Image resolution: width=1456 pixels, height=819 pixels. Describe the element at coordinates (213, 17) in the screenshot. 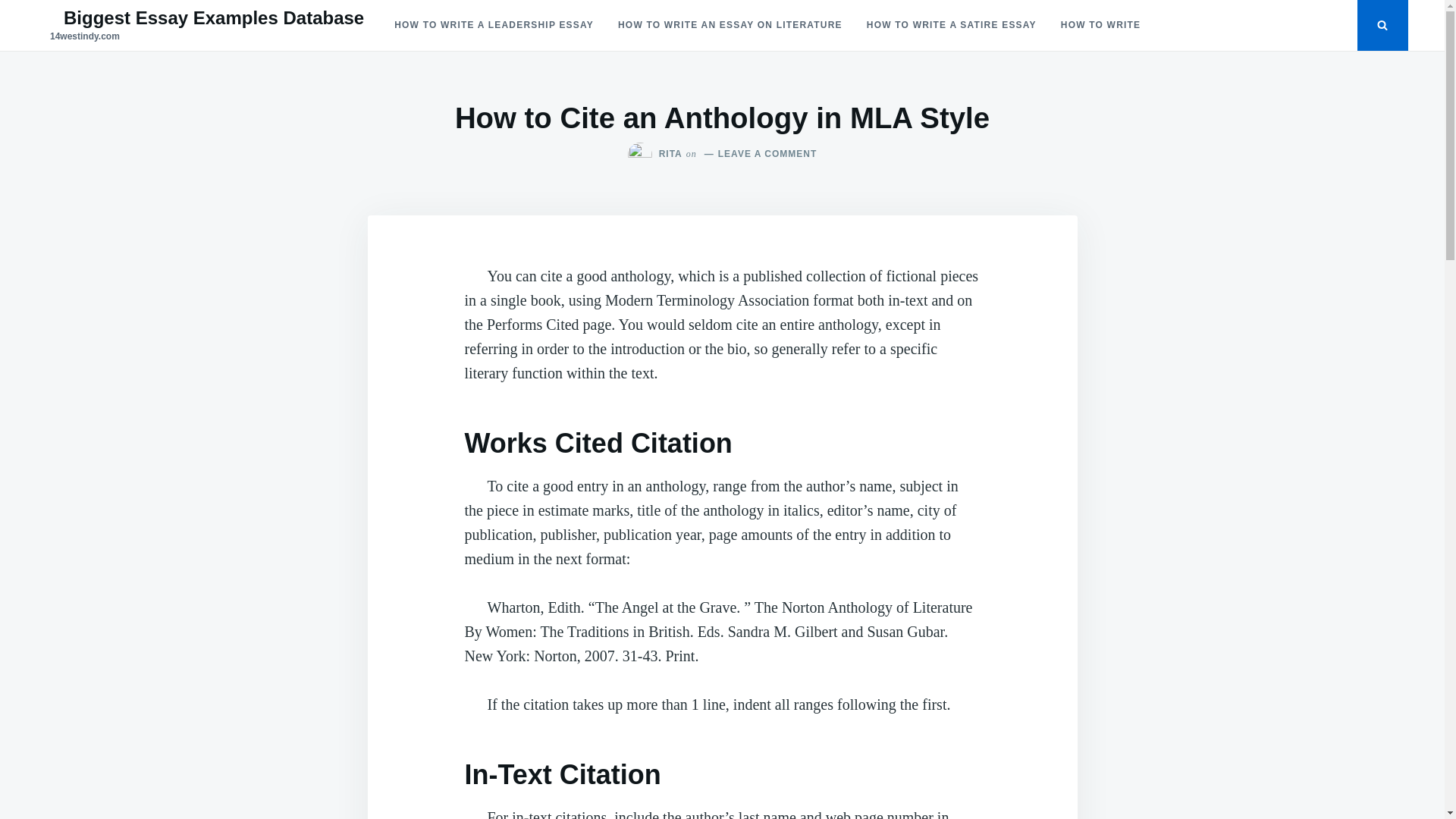

I see `'Biggest Essay Examples Database'` at that location.